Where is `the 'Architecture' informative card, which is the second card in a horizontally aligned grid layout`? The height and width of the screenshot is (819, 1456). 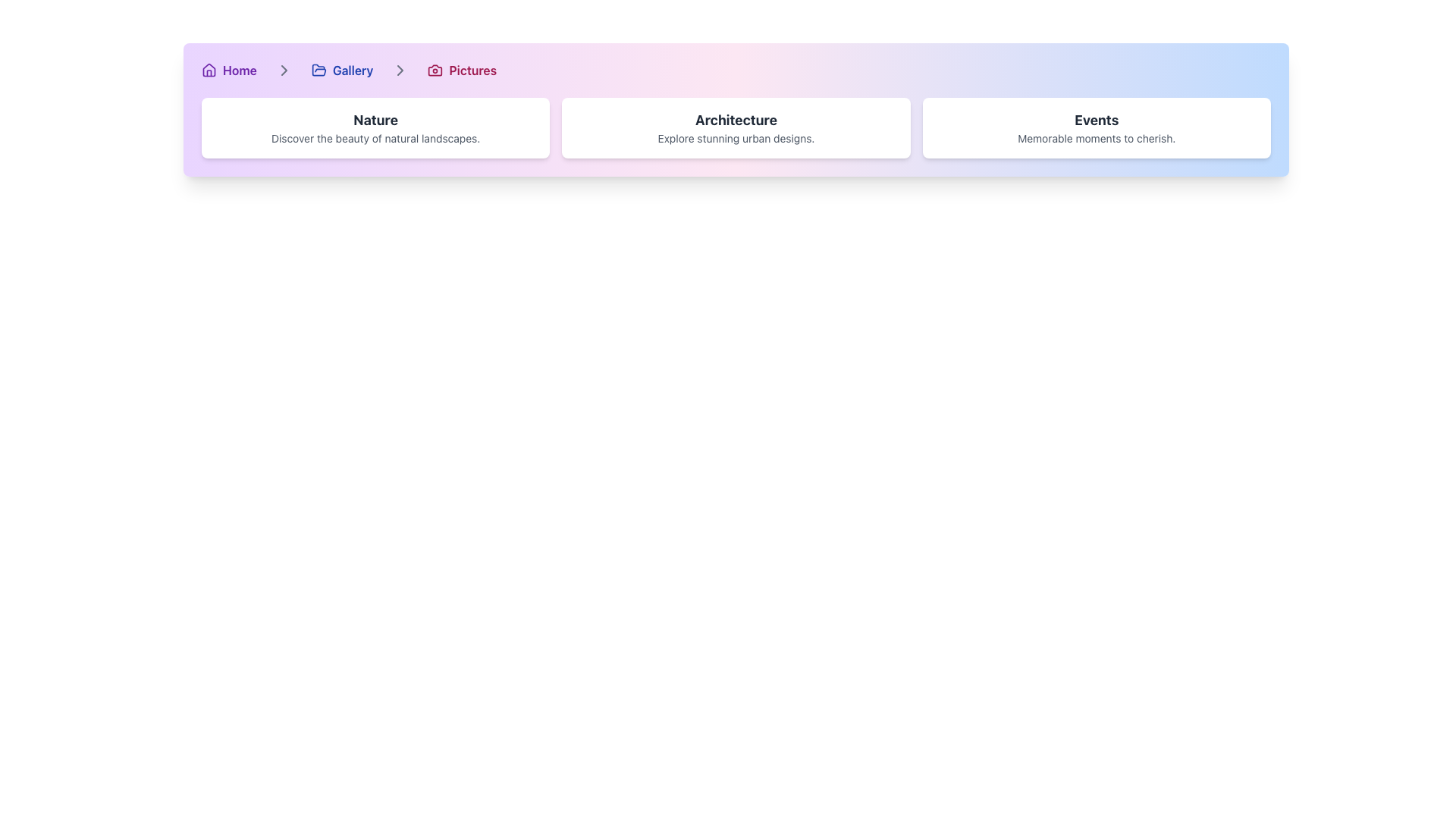
the 'Architecture' informative card, which is the second card in a horizontally aligned grid layout is located at coordinates (736, 127).